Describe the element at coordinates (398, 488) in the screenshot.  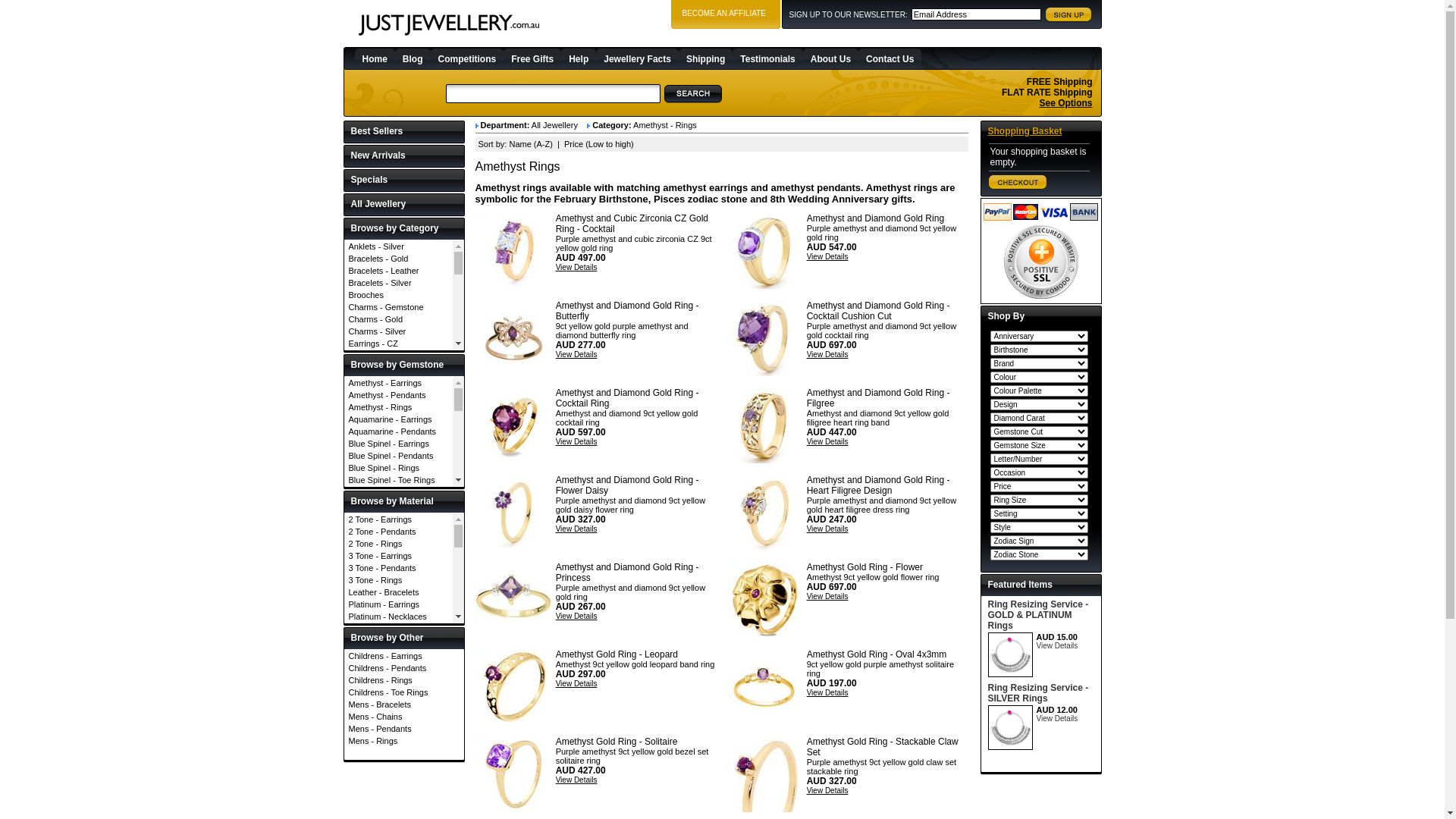
I see `'Necklaces - Silver'` at that location.